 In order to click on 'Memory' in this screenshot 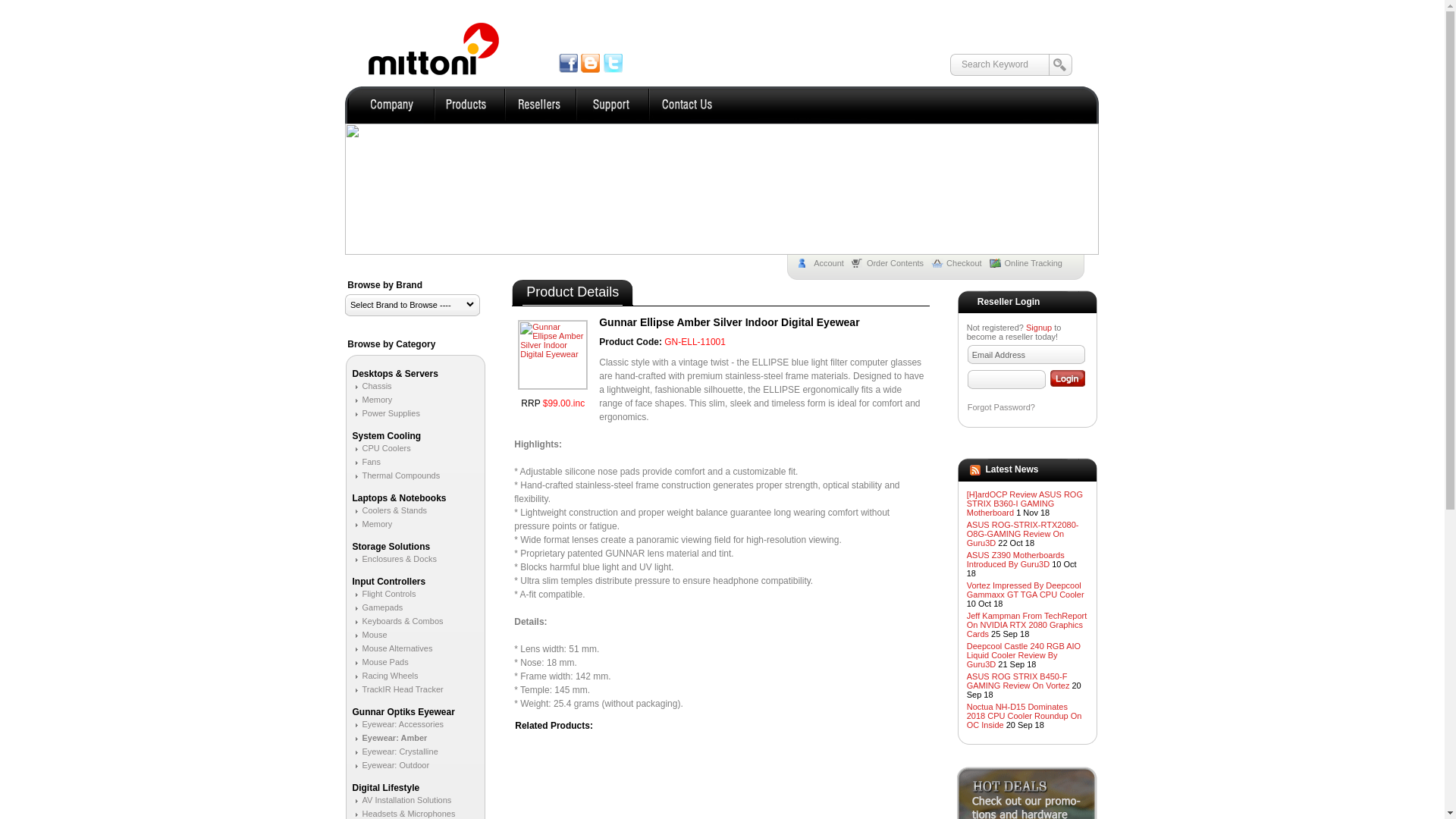, I will do `click(372, 522)`.